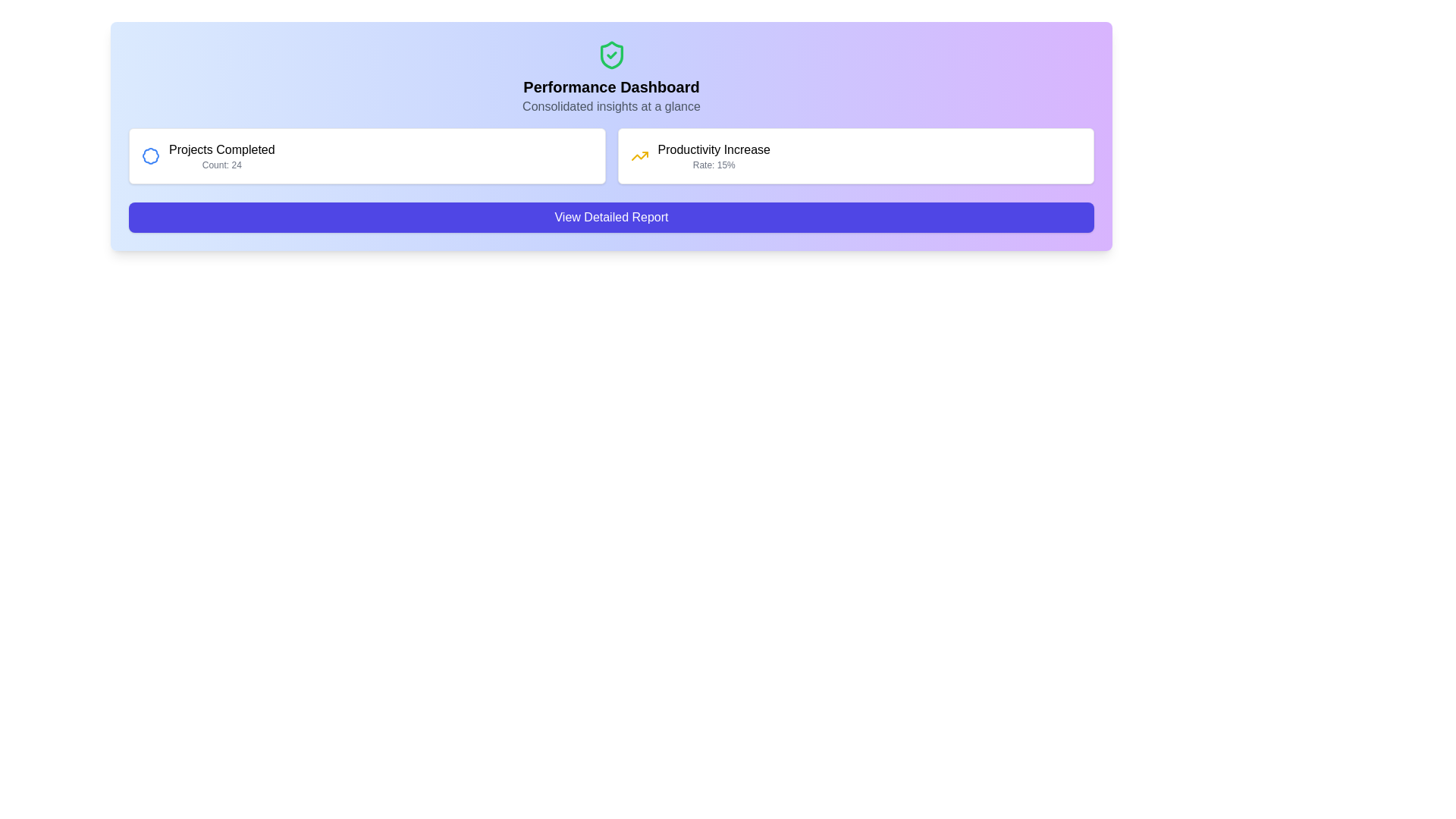 Image resolution: width=1456 pixels, height=819 pixels. I want to click on the informational text label that describes the metric displayed in the card, located on the left side of the white rectangular card, above the text 'Count: 24', so click(221, 149).